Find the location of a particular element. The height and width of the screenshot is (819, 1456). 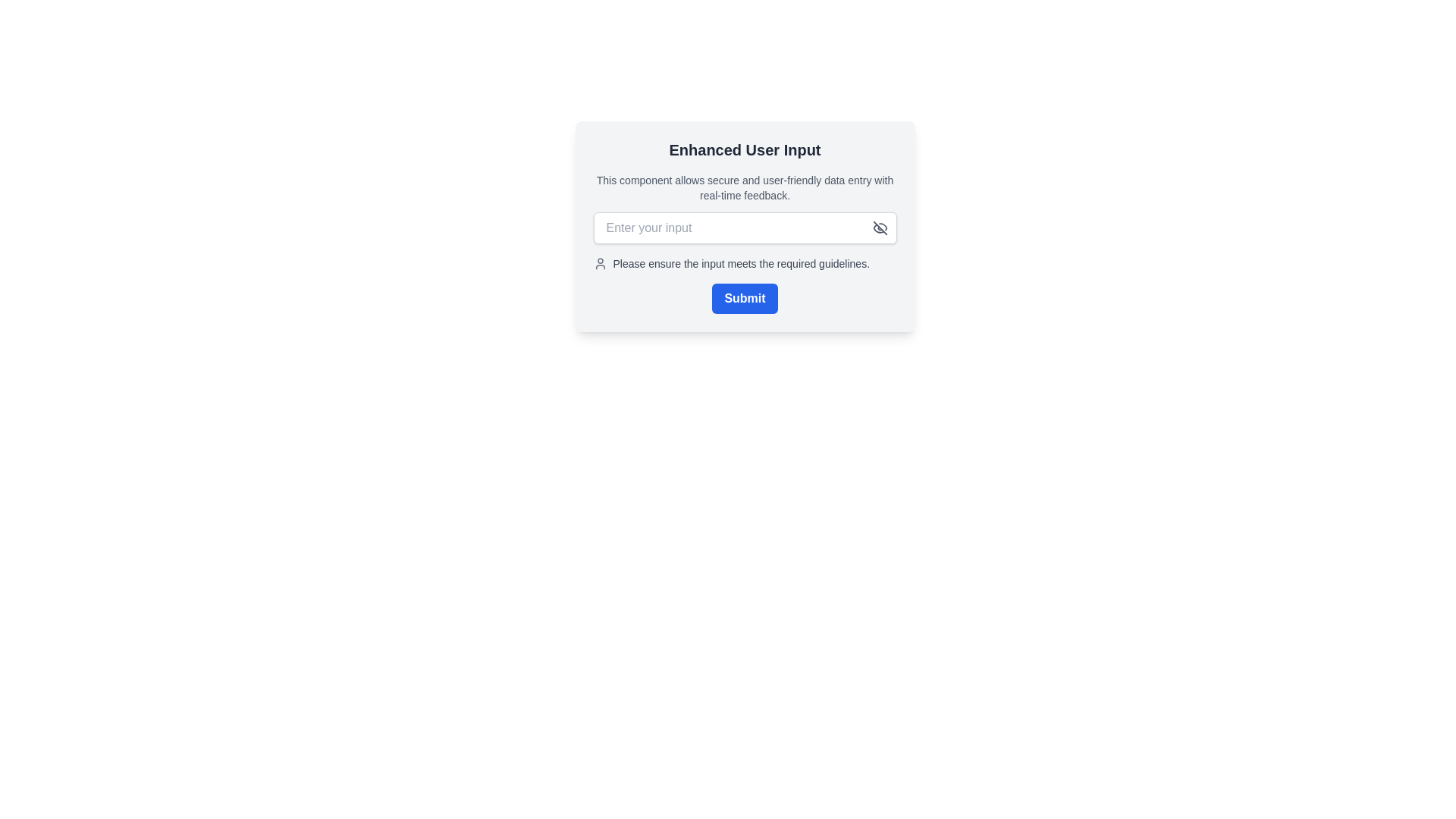

the toggle button icon located to the right of the input field is located at coordinates (880, 227).